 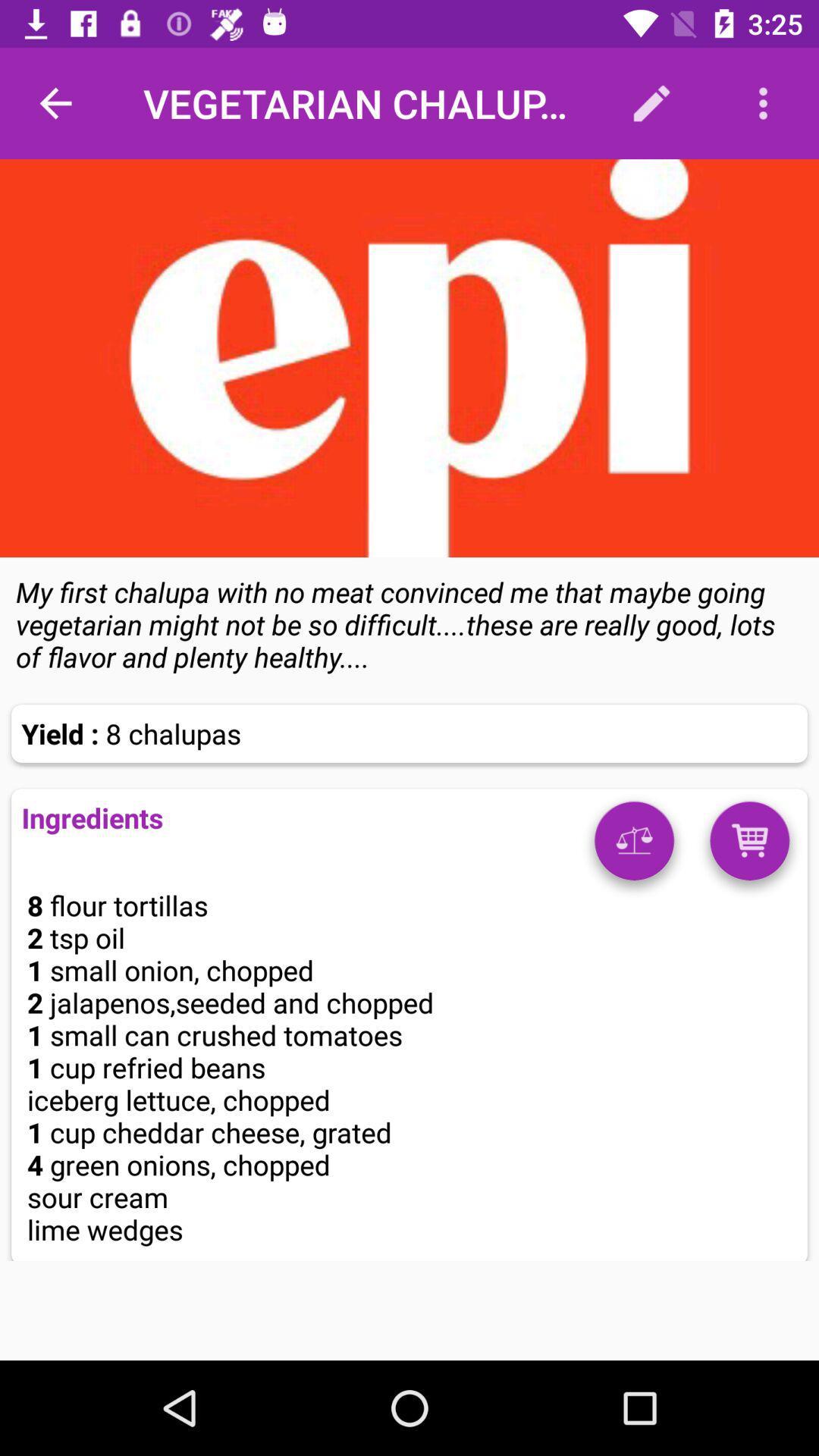 What do you see at coordinates (748, 846) in the screenshot?
I see `the icon below the my first chalupa item` at bounding box center [748, 846].